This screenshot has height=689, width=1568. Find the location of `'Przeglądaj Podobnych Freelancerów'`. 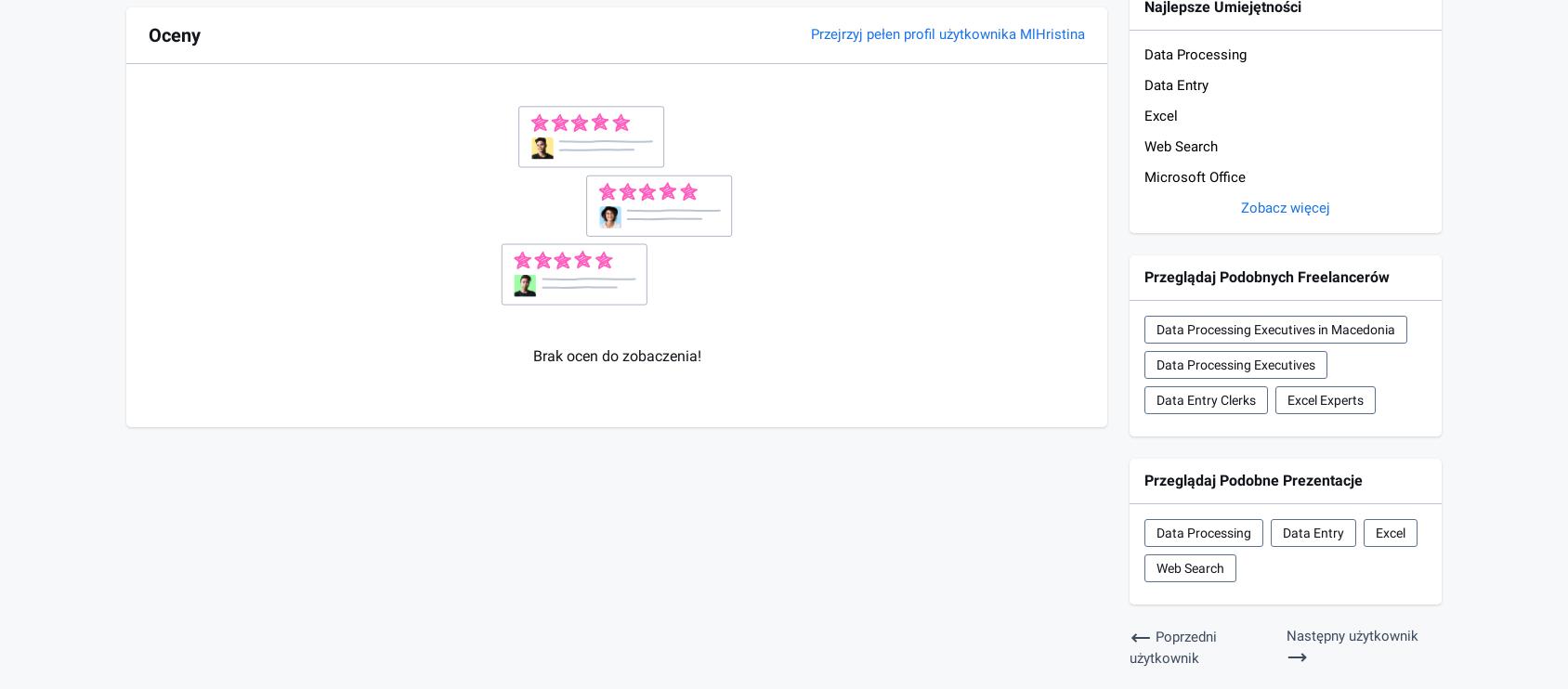

'Przeglądaj Podobnych Freelancerów' is located at coordinates (1144, 276).